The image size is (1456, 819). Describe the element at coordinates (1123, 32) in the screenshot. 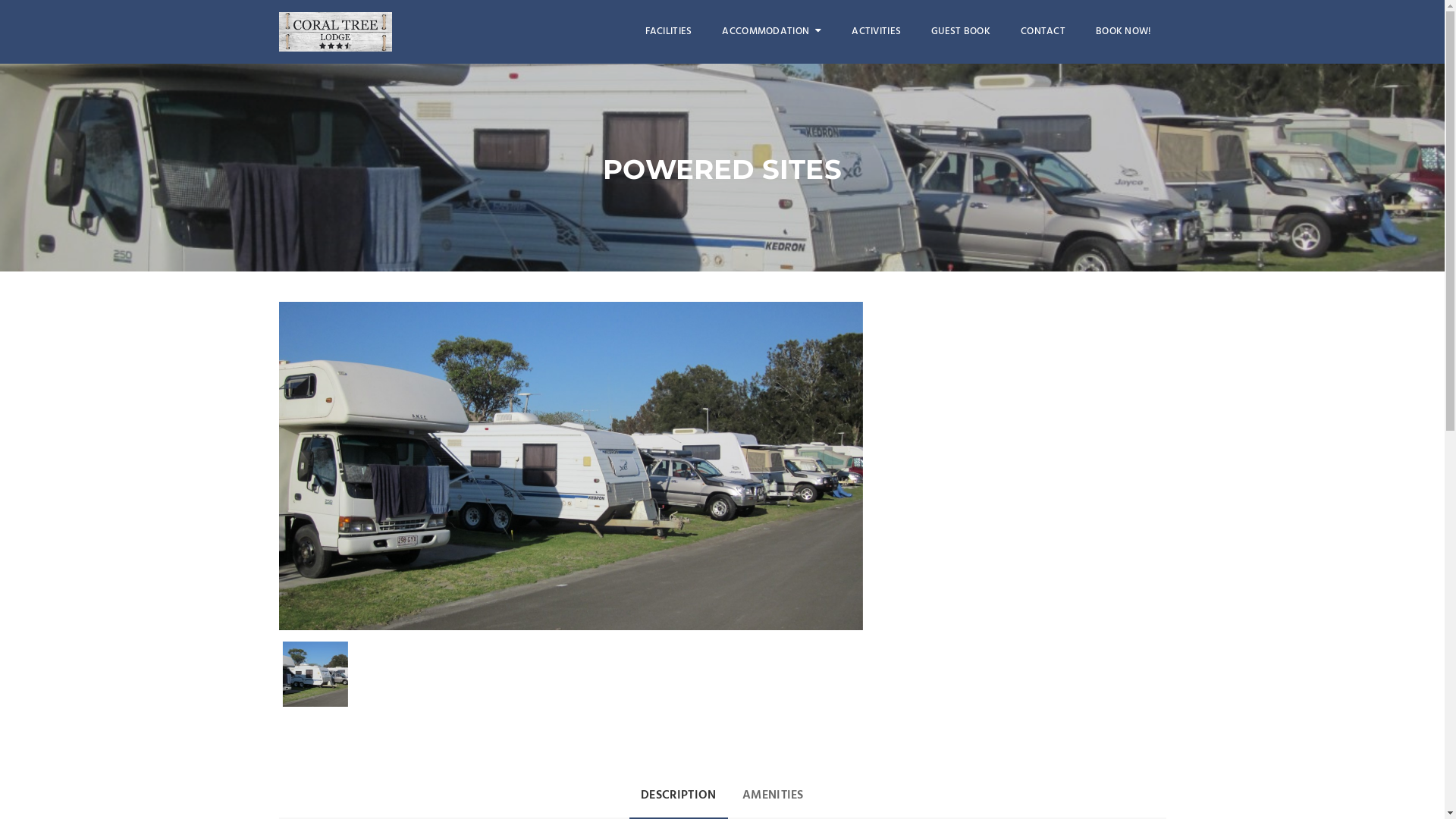

I see `'BOOK NOW!'` at that location.